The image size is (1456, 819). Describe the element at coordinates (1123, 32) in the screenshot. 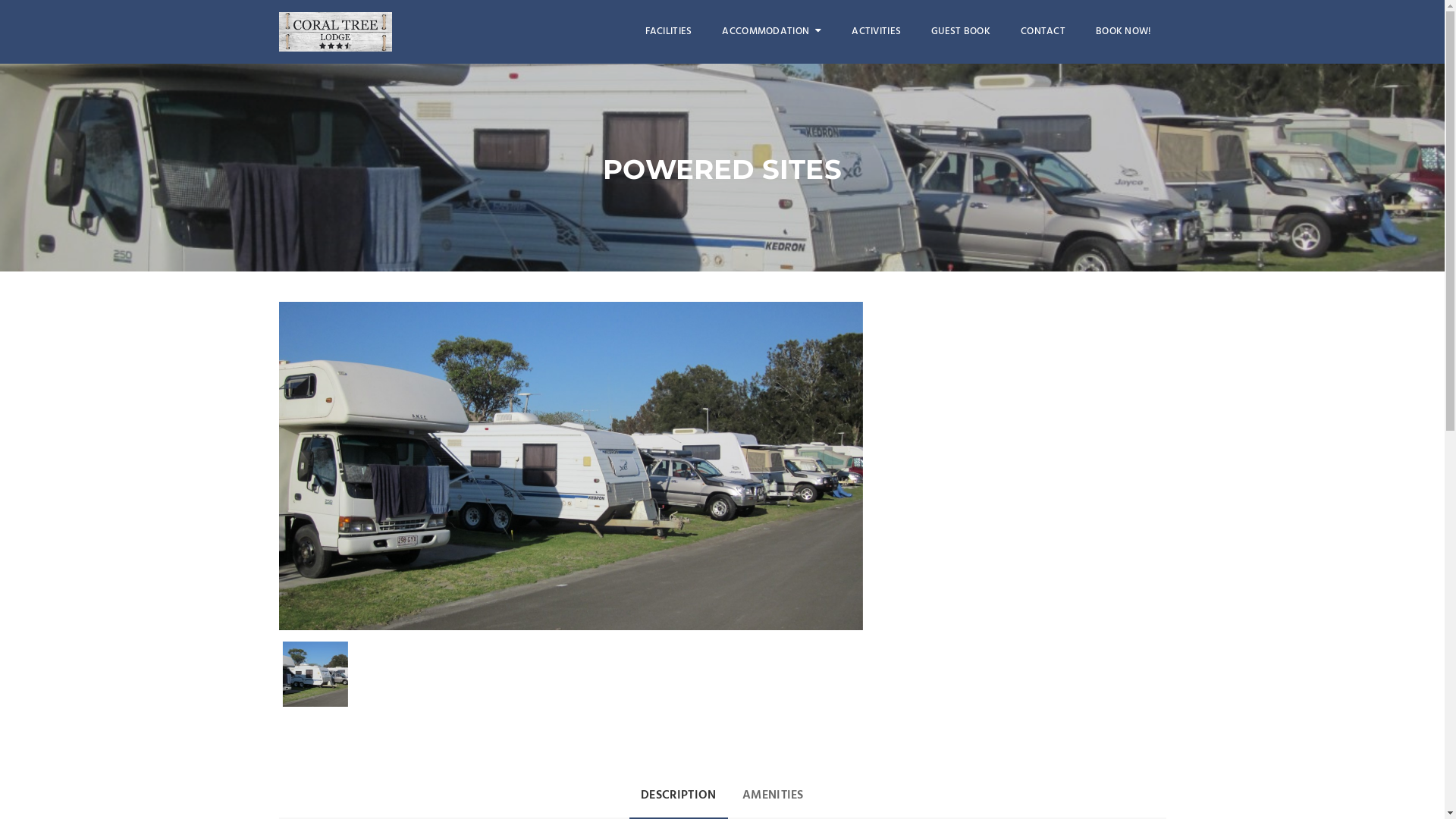

I see `'BOOK NOW!'` at that location.